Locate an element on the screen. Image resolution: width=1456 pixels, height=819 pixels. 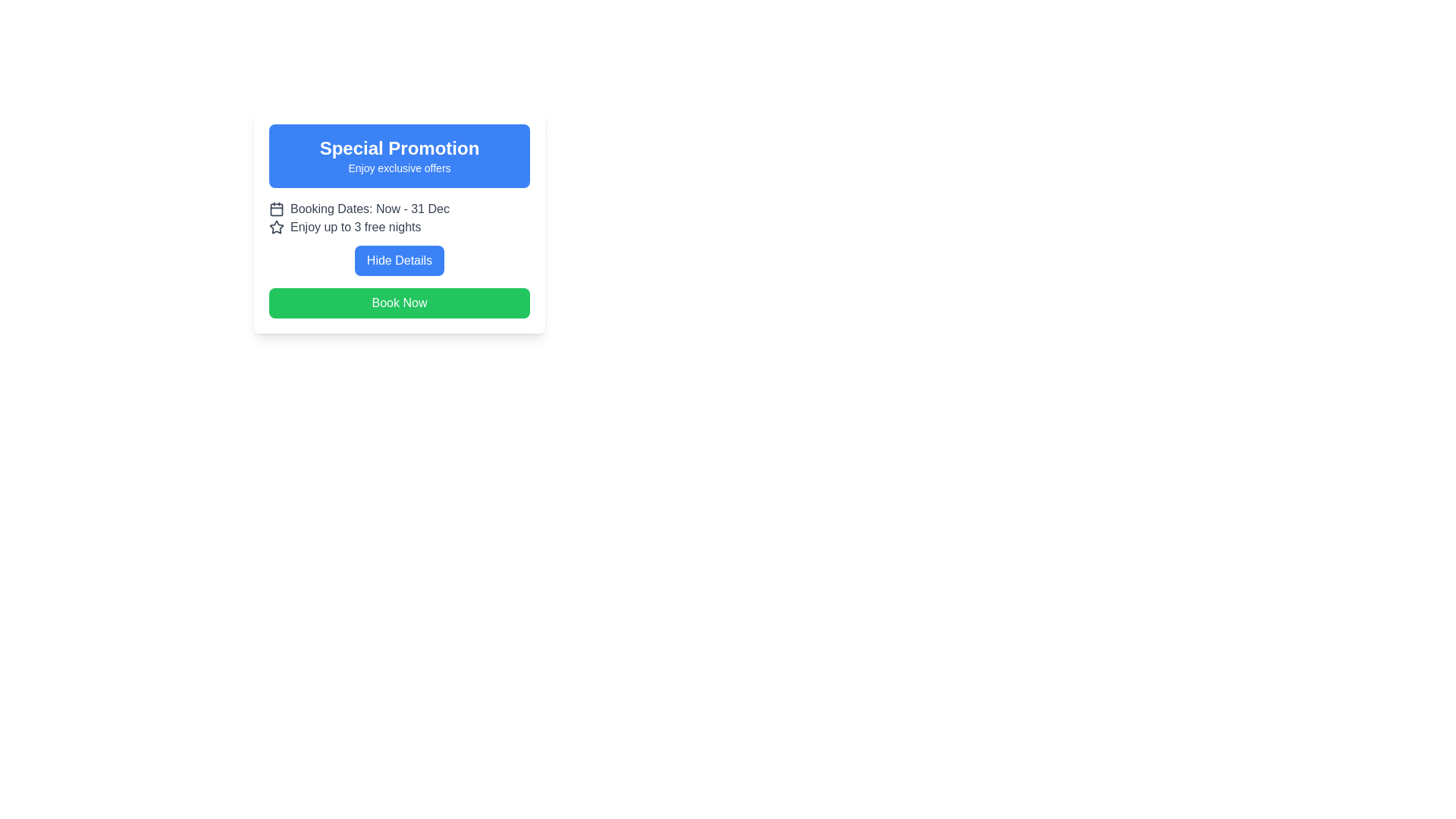
the 'Text Display with Icon' element that provides information about the booking dates for a promotion, located directly below the 'Special Promotion' heading is located at coordinates (400, 209).